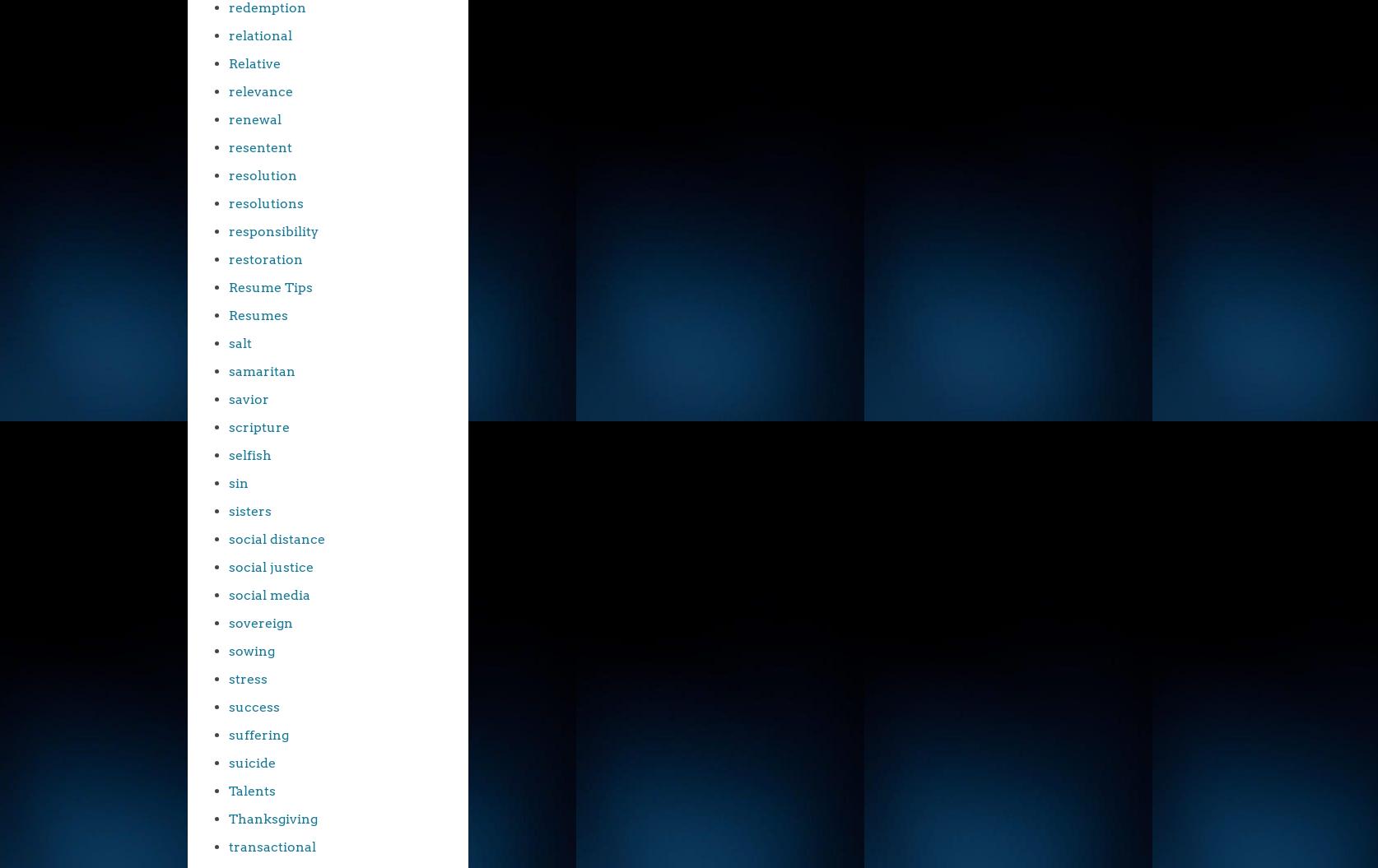 The image size is (1378, 868). I want to click on 'success', so click(254, 707).